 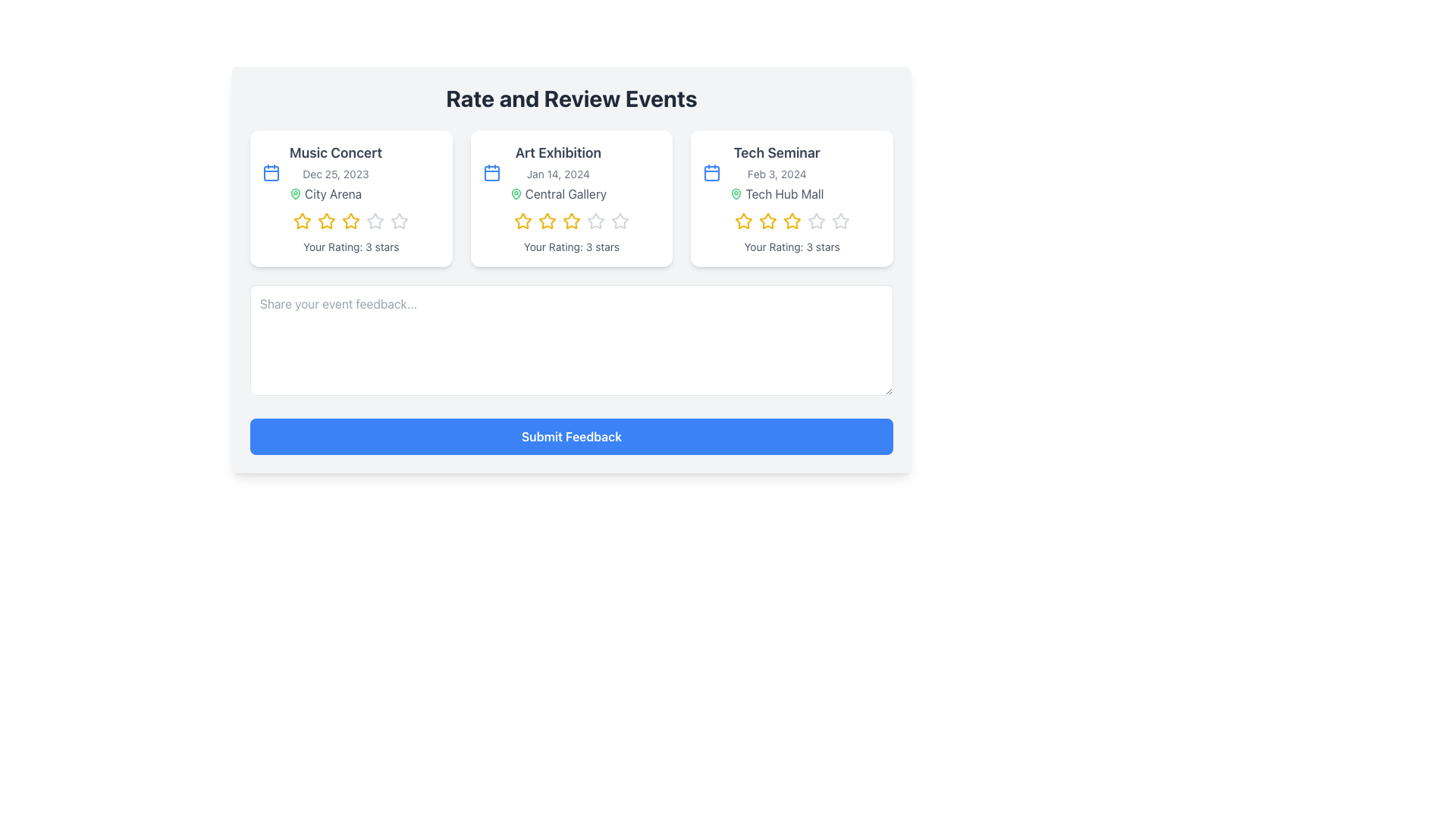 I want to click on the second yellow star-shaped icon in the rating system under the event title 'Music Concert' to rate it, so click(x=326, y=221).